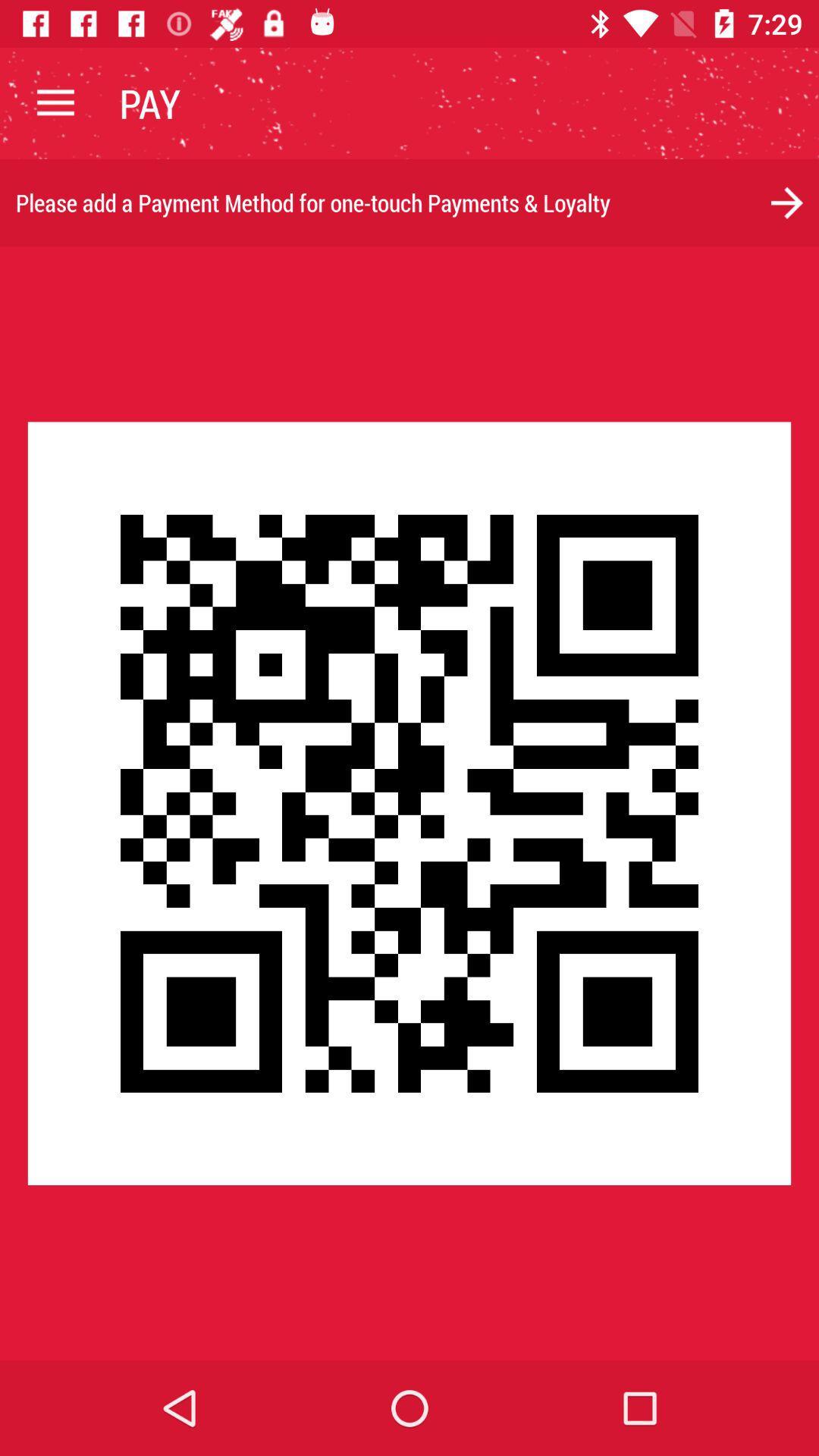 Image resolution: width=819 pixels, height=1456 pixels. I want to click on the icon at the center, so click(409, 802).